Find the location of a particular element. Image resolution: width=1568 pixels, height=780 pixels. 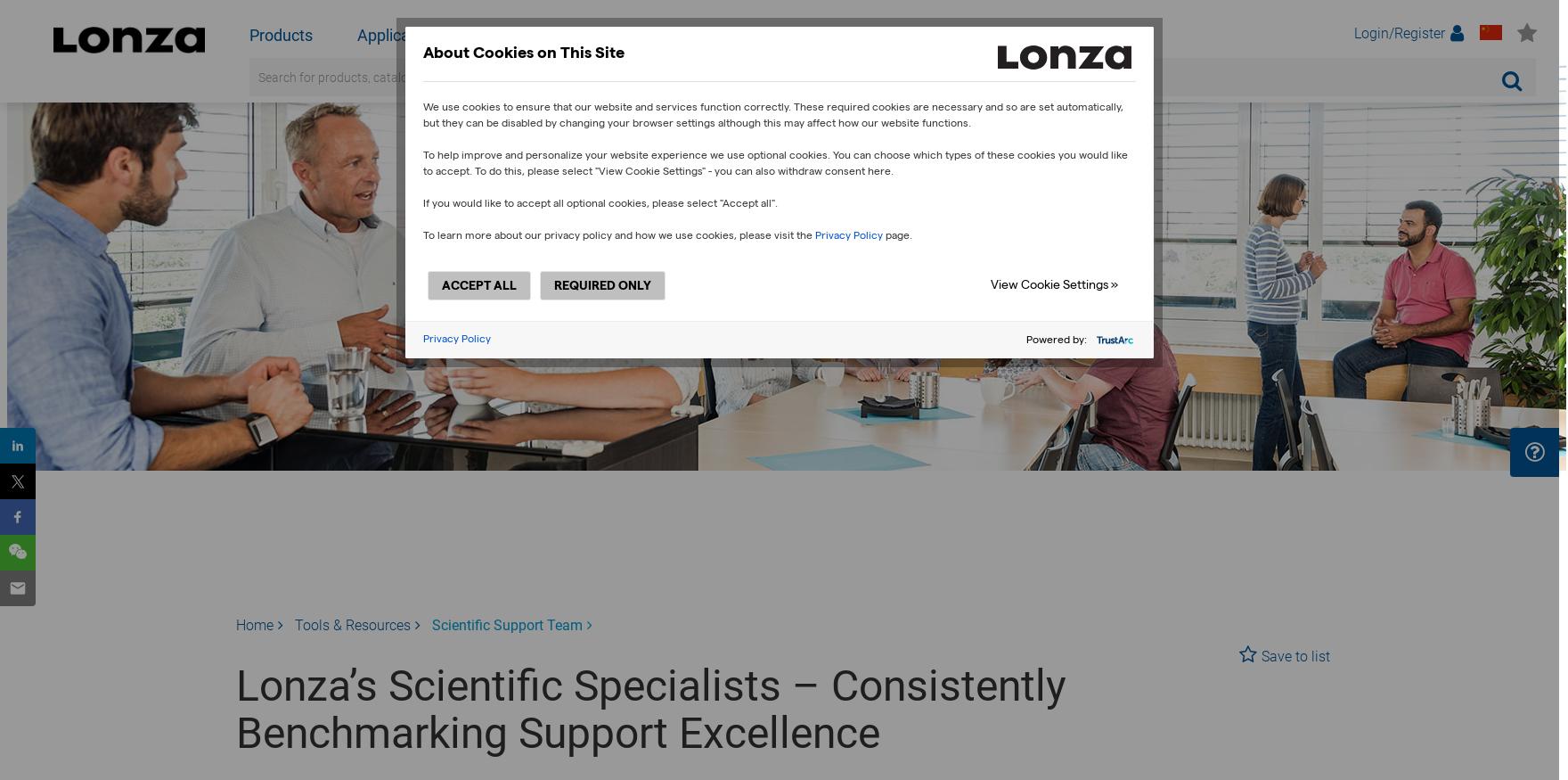

'Save to list' is located at coordinates (1261, 656).